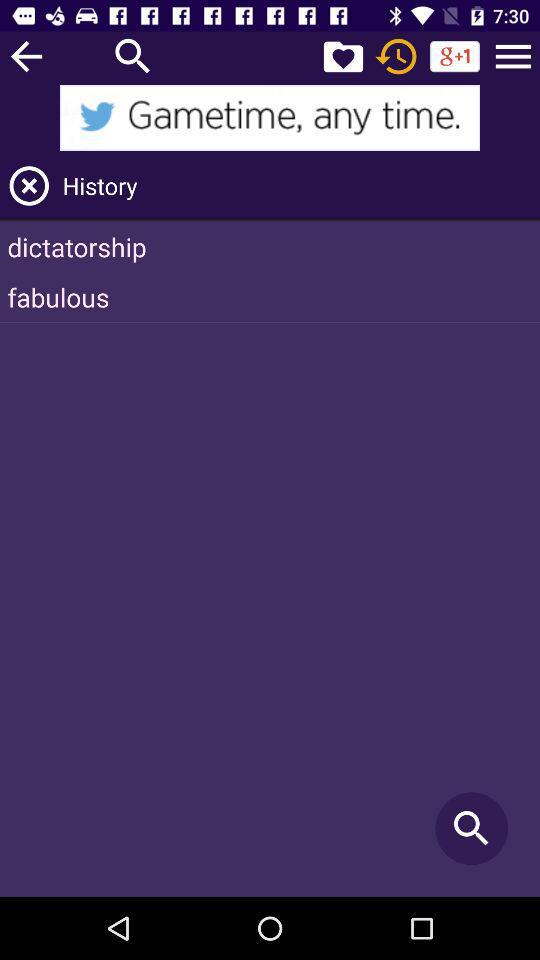 This screenshot has width=540, height=960. I want to click on the close icon, so click(28, 185).